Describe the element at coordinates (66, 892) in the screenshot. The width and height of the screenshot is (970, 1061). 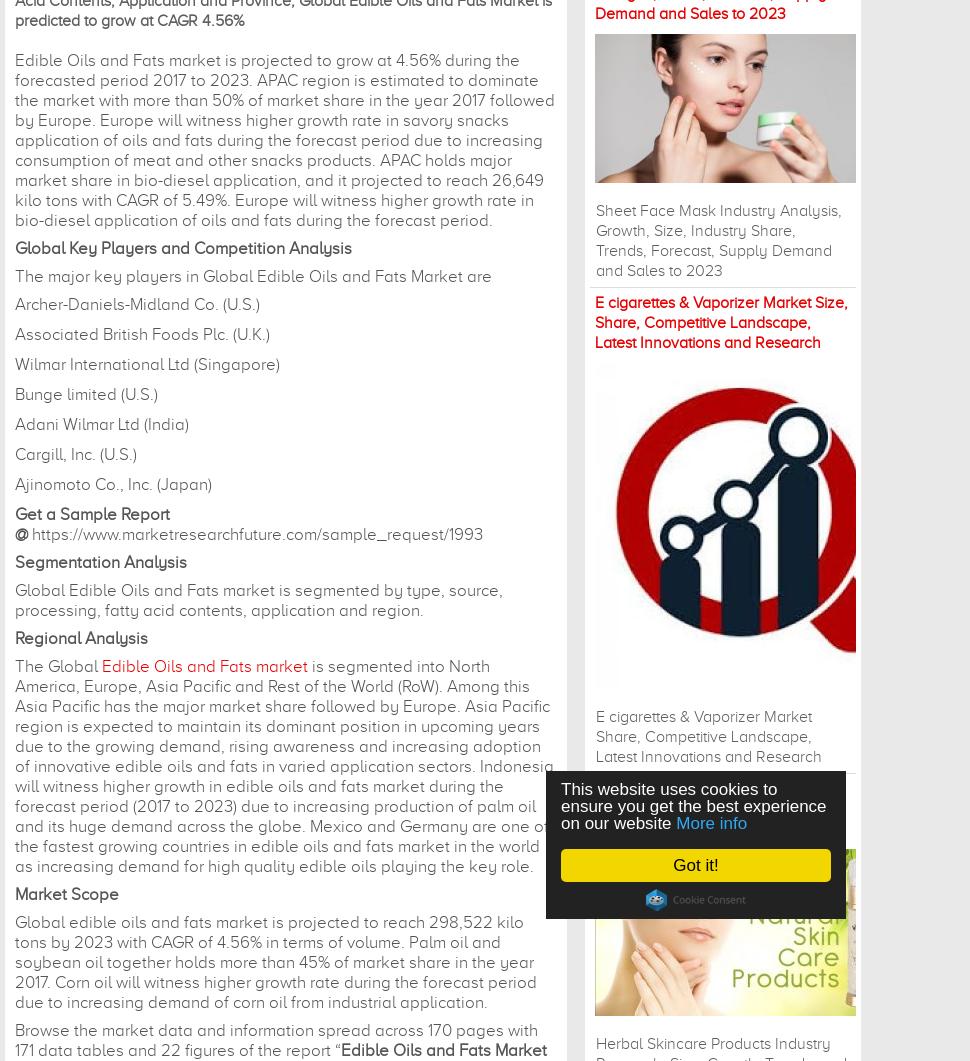
I see `'Market Scope'` at that location.